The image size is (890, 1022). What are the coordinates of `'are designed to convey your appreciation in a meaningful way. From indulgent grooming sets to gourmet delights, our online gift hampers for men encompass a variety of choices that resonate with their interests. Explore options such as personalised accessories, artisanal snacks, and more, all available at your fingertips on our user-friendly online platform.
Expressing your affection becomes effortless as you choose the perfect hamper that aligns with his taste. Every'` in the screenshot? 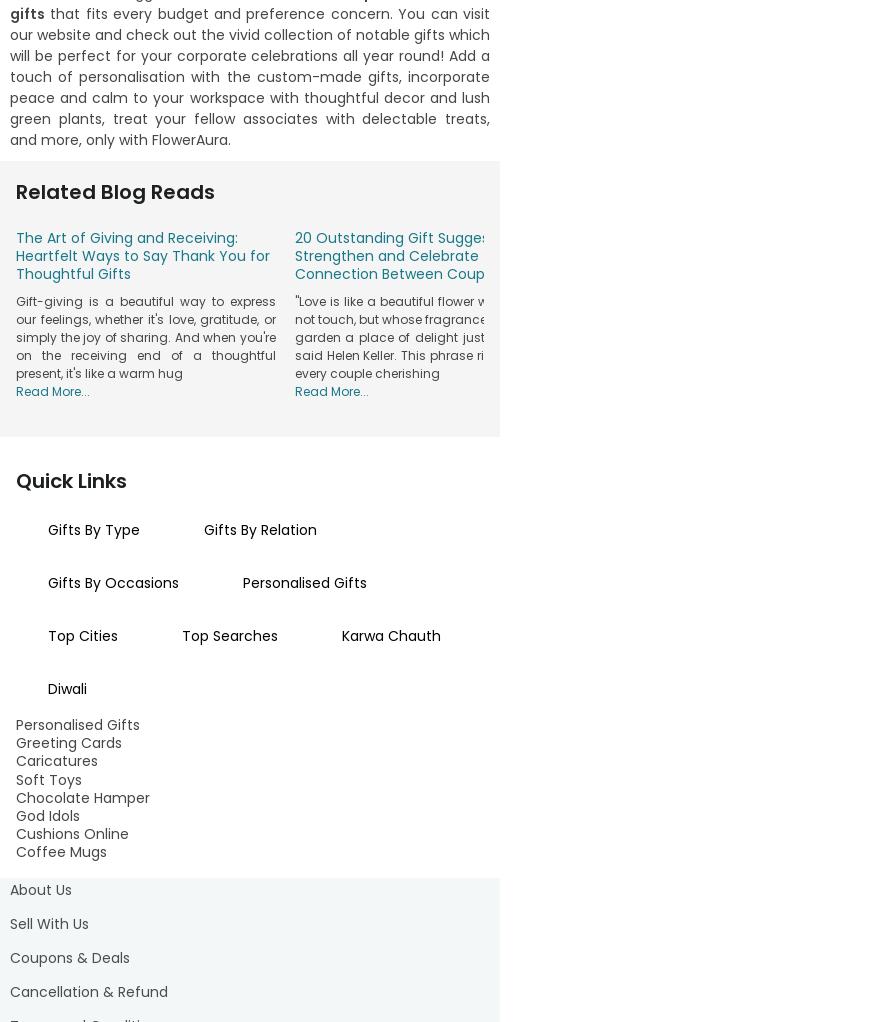 It's located at (9, 258).